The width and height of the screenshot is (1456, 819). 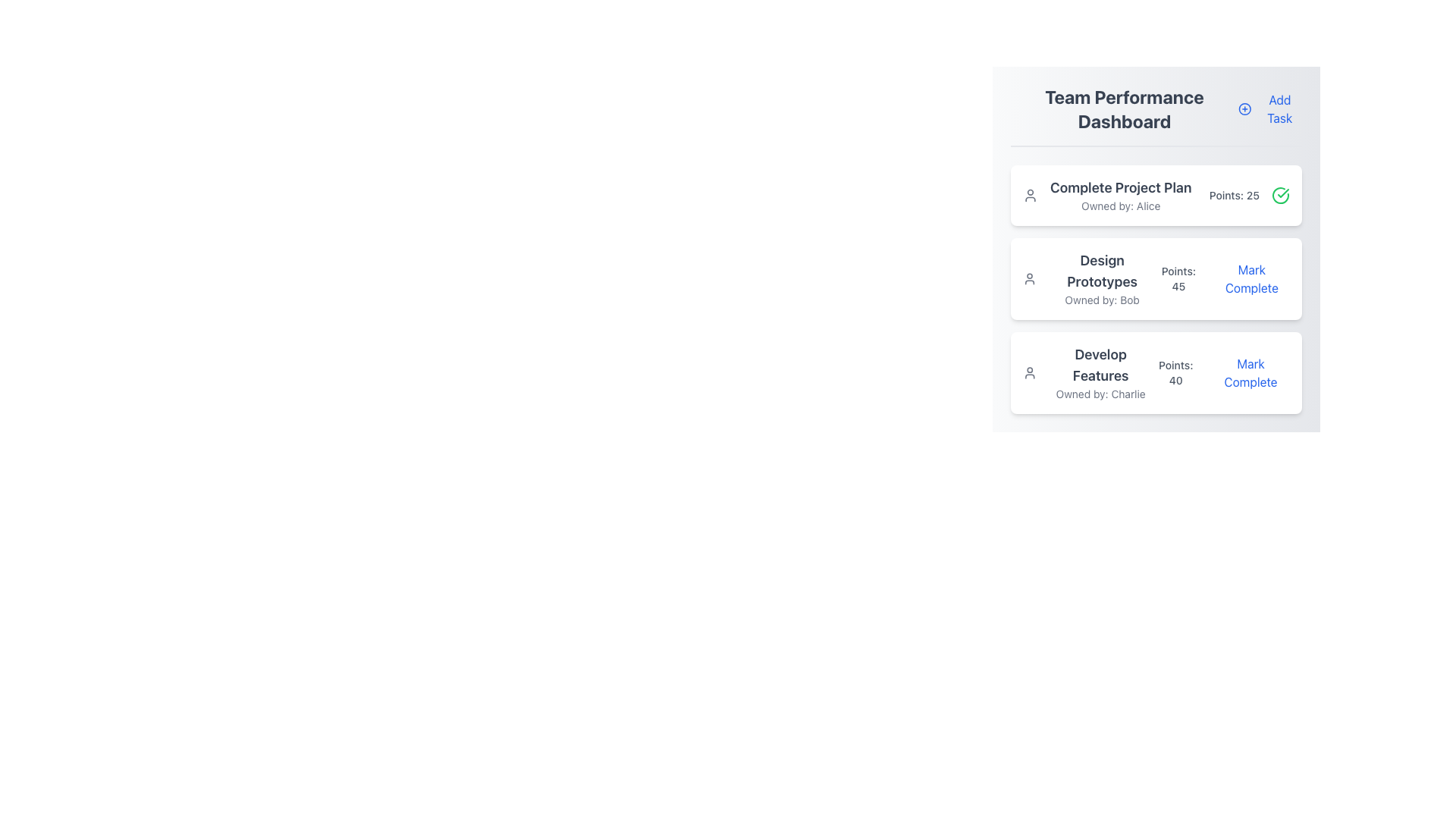 What do you see at coordinates (1251, 278) in the screenshot?
I see `the blue text link labeled 'Mark Complete' located to the right of 'Points: 45' in the second row of the task list` at bounding box center [1251, 278].